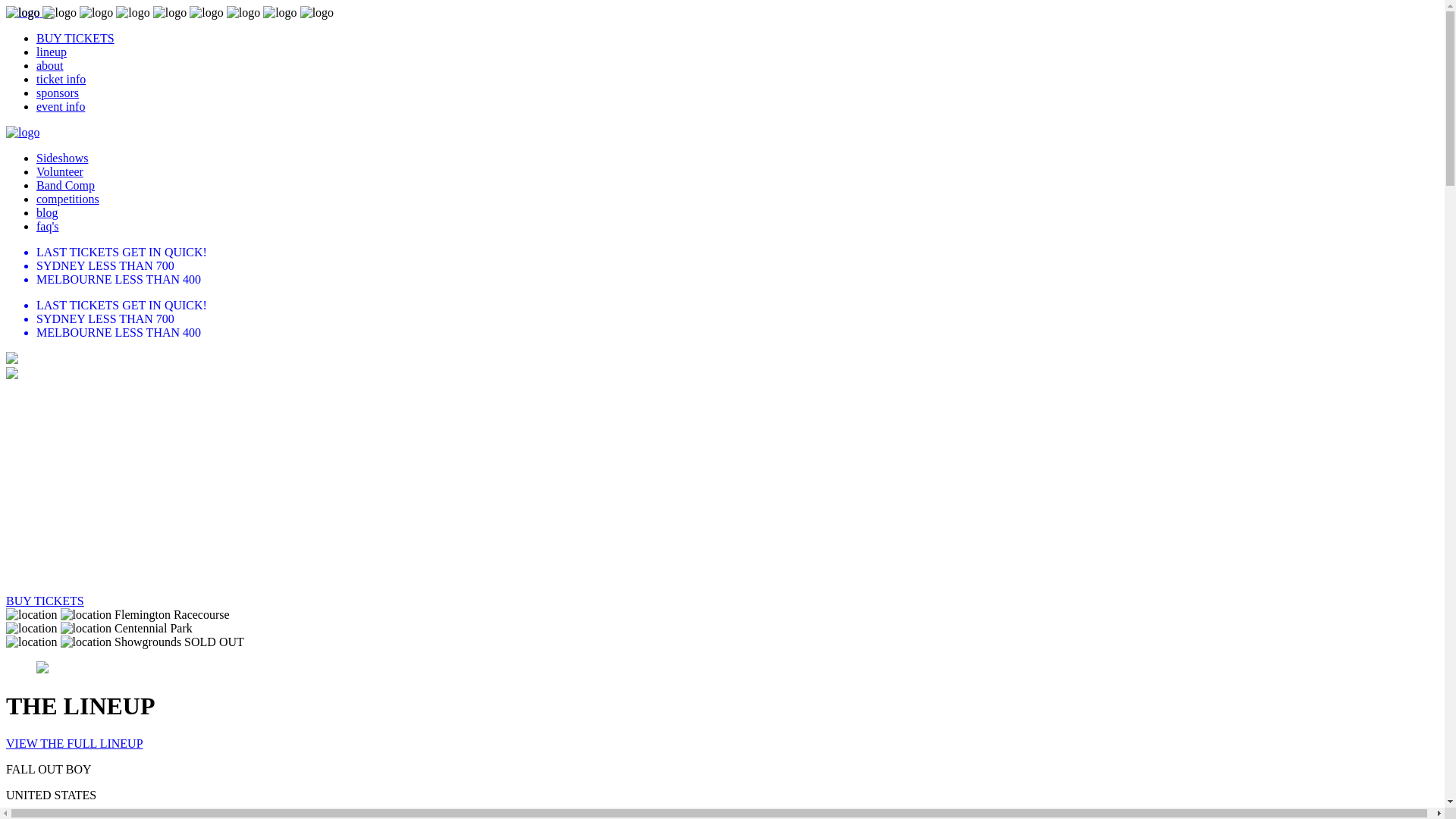 The width and height of the screenshot is (1456, 819). I want to click on 'lineup', so click(51, 51).